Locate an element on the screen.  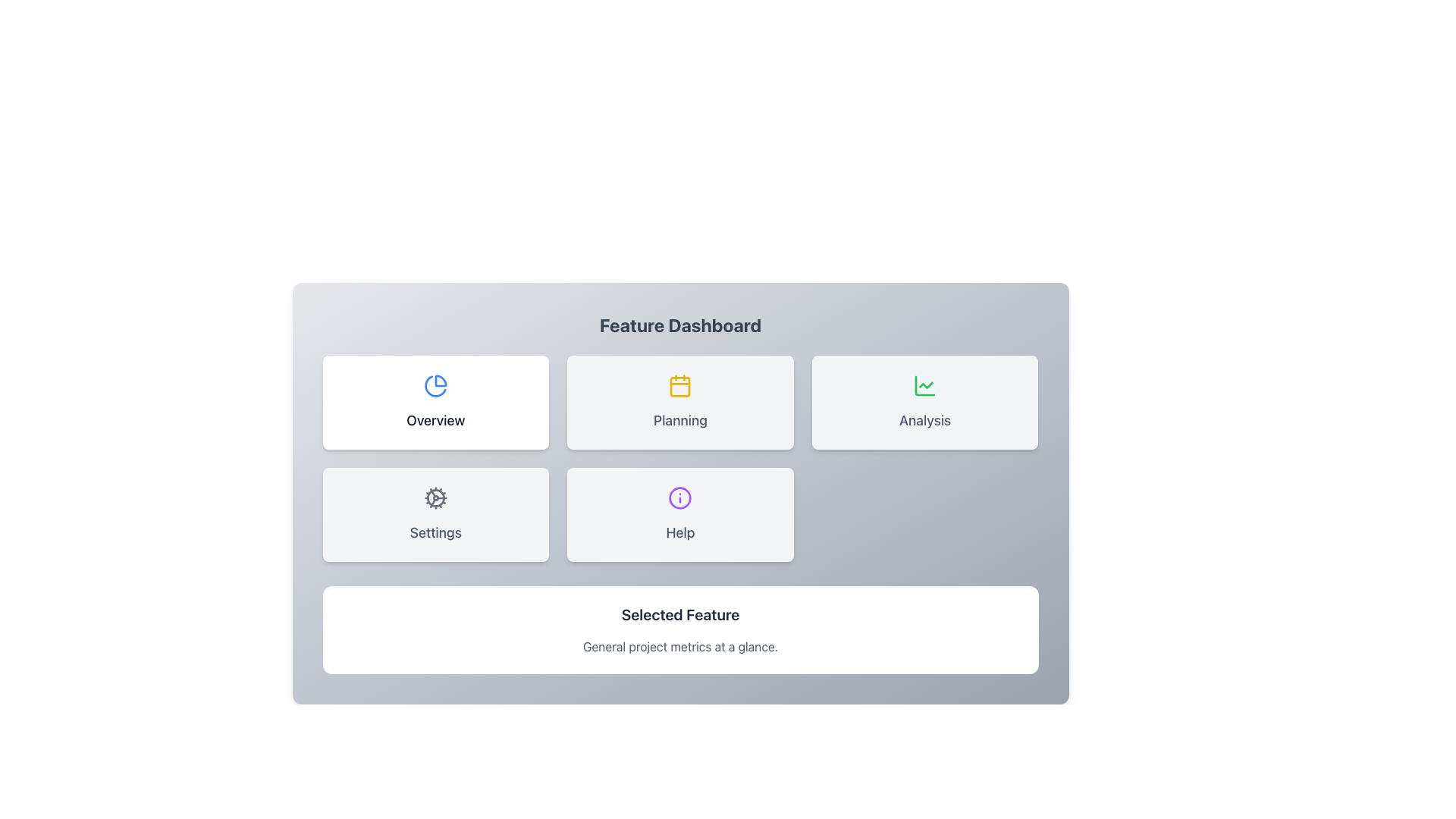
text label displaying 'General project metrics at a glance.' located within a white rounded rectangle at the bottom of the dashboard, below 'Selected Feature' is located at coordinates (679, 646).